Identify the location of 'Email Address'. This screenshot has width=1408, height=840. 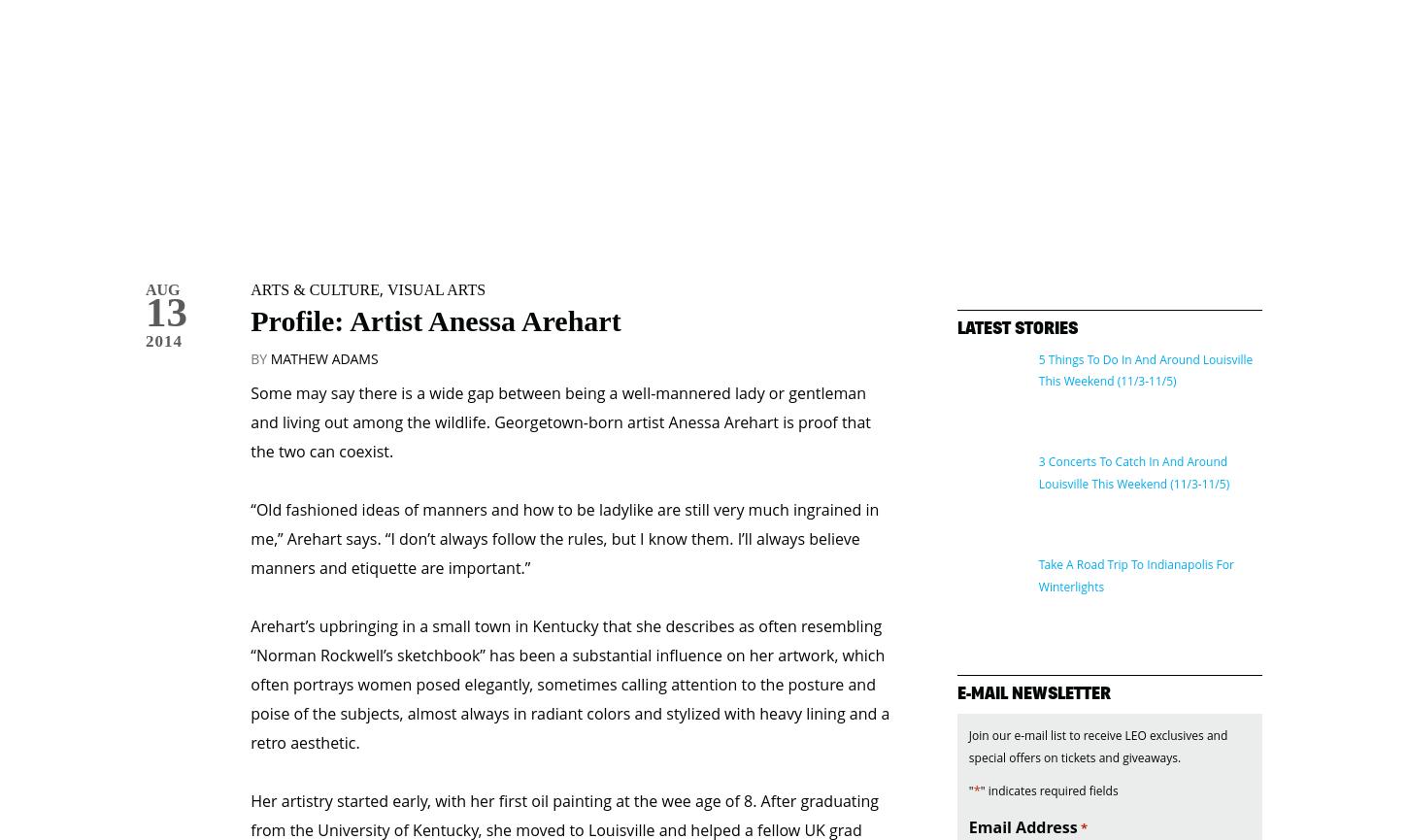
(1022, 743).